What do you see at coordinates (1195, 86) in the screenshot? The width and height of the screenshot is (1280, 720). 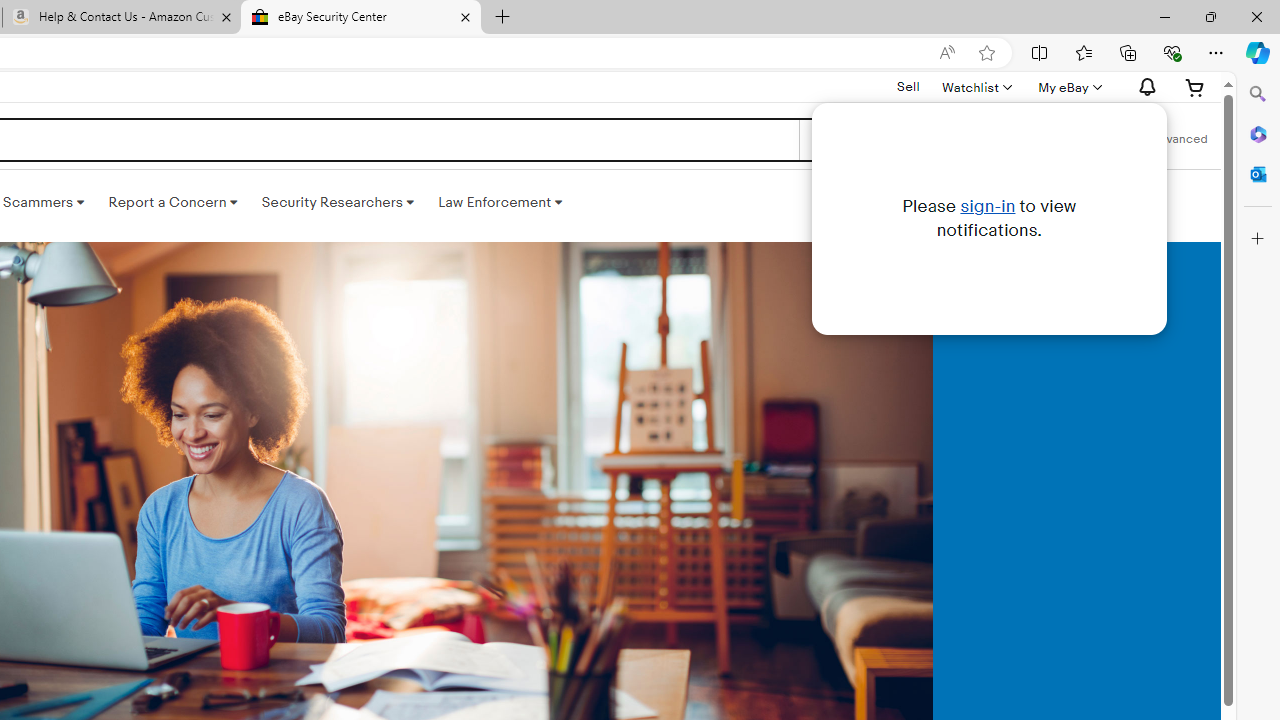 I see `'Expand Cart'` at bounding box center [1195, 86].